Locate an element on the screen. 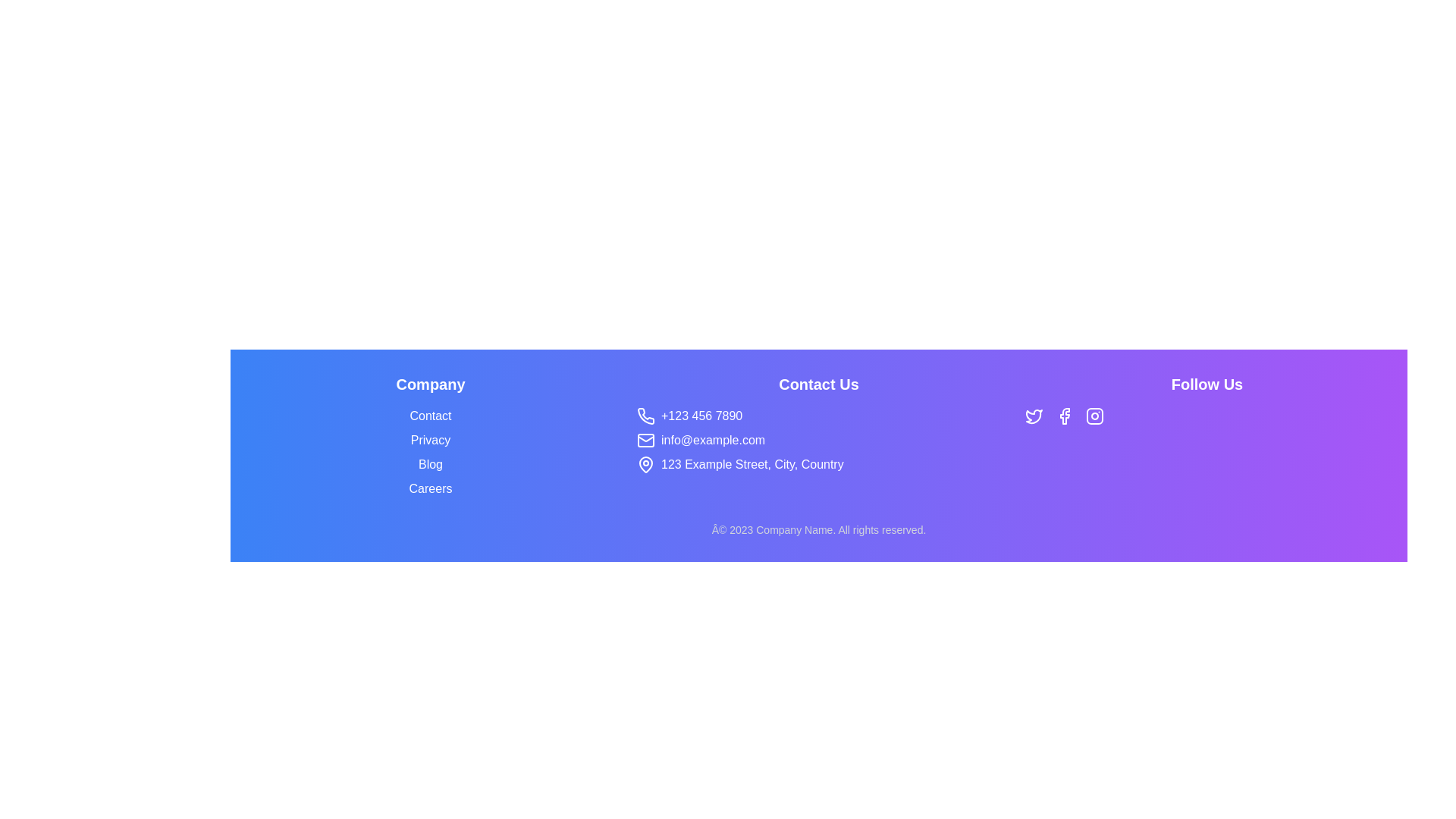 The image size is (1456, 819). the 'Careers' hyperlink text, which is the last item in the vertically aligned list under the 'Company' heading in the footer section is located at coordinates (429, 488).